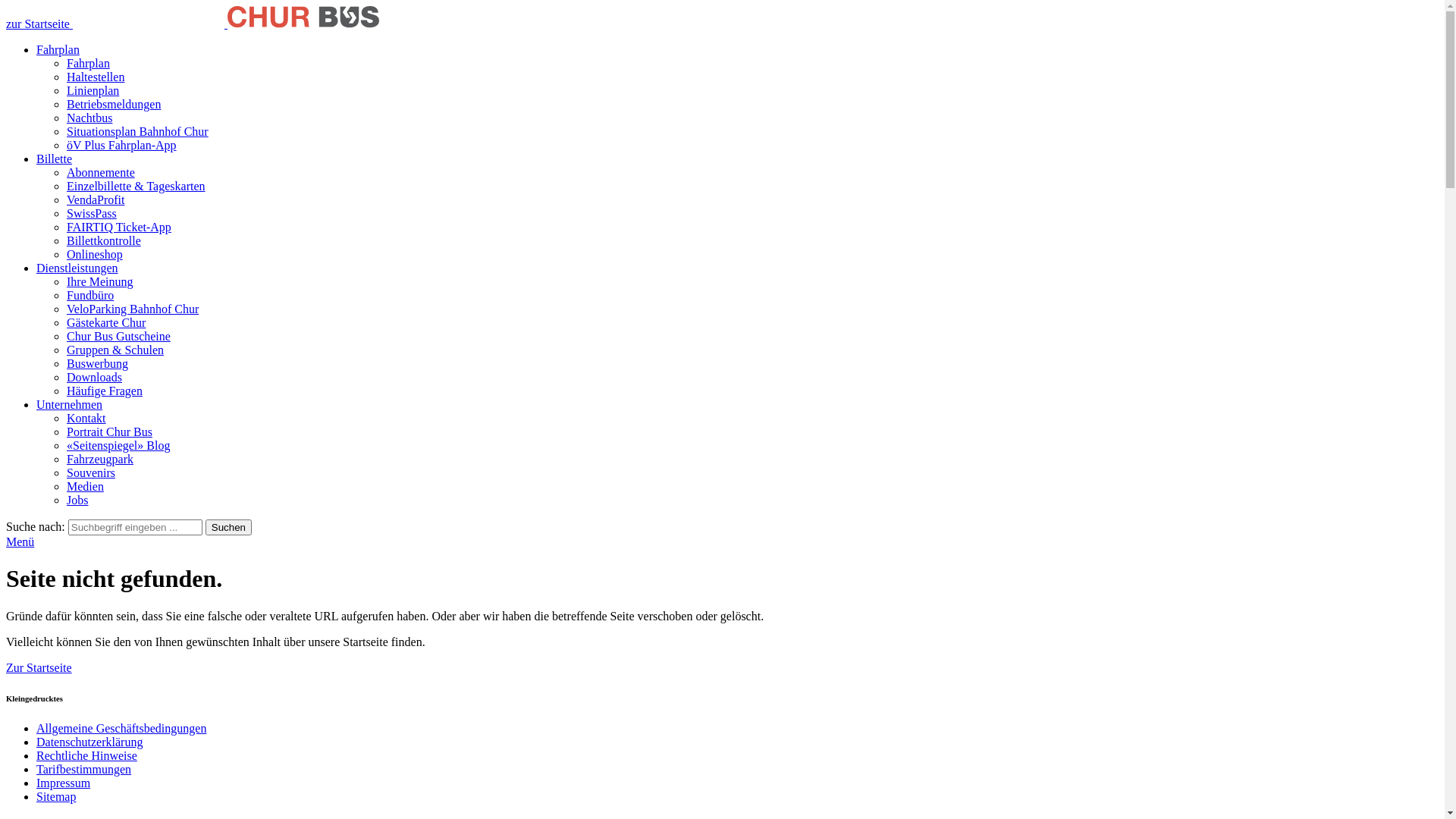 This screenshot has width=1456, height=819. Describe the element at coordinates (76, 500) in the screenshot. I see `'Jobs'` at that location.